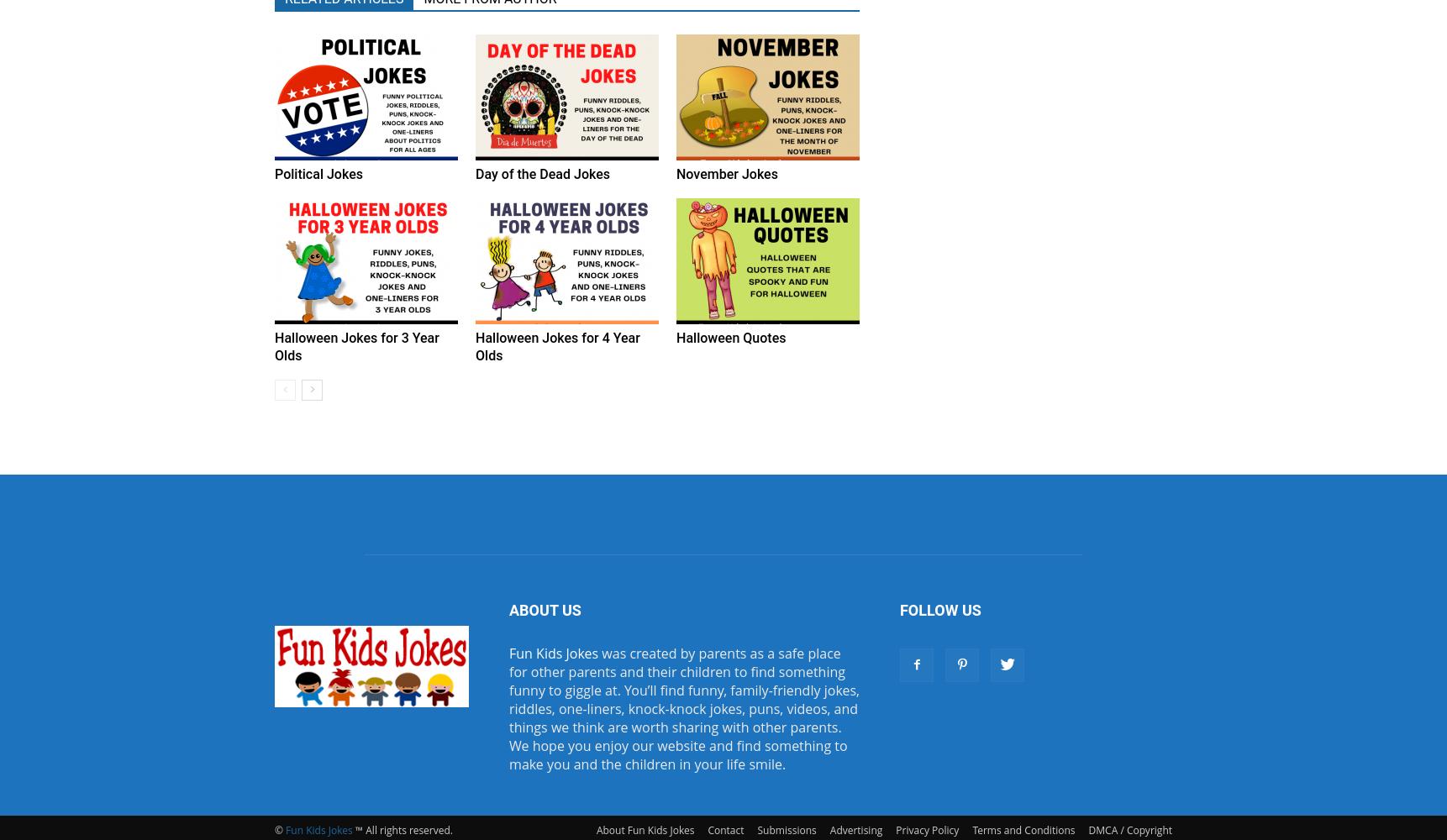 This screenshot has width=1447, height=840. I want to click on 'November Jokes', so click(726, 173).